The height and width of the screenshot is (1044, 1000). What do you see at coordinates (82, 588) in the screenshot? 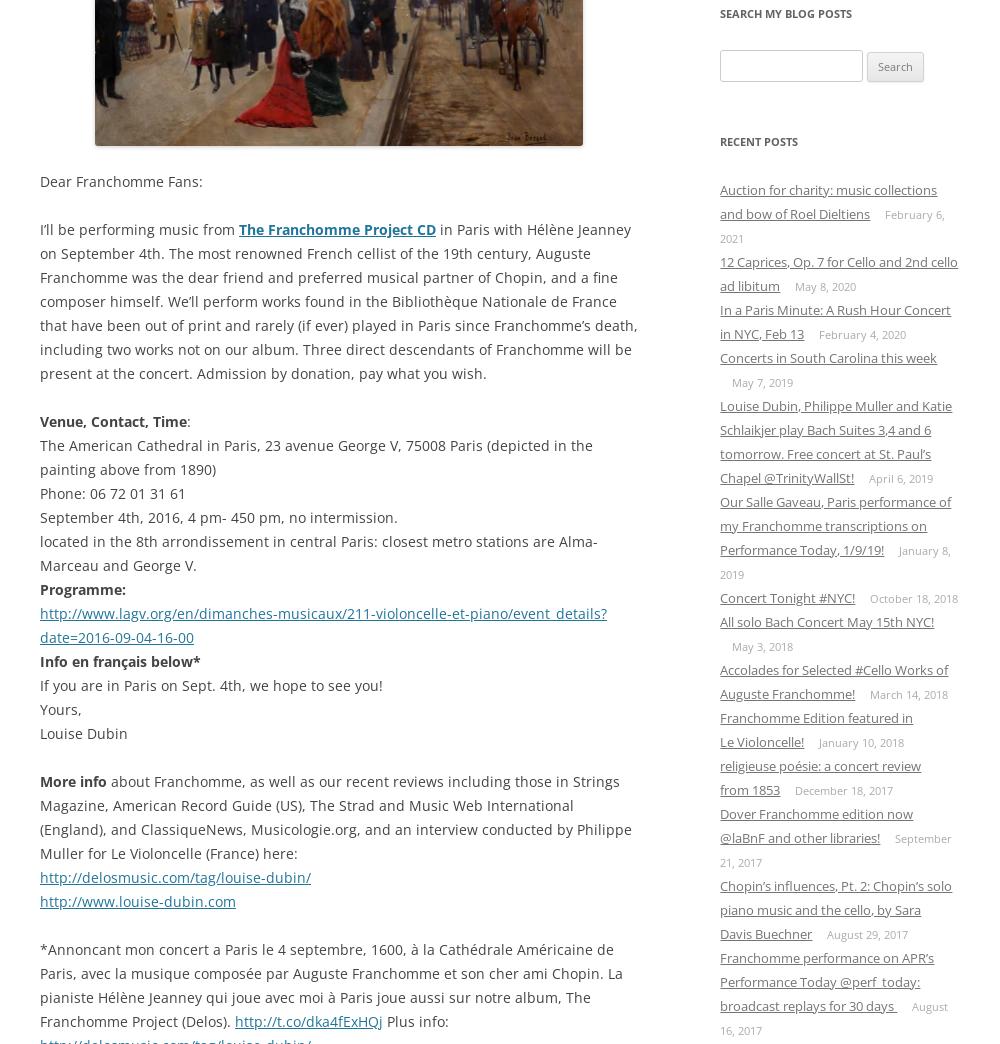
I see `'Programme:'` at bounding box center [82, 588].